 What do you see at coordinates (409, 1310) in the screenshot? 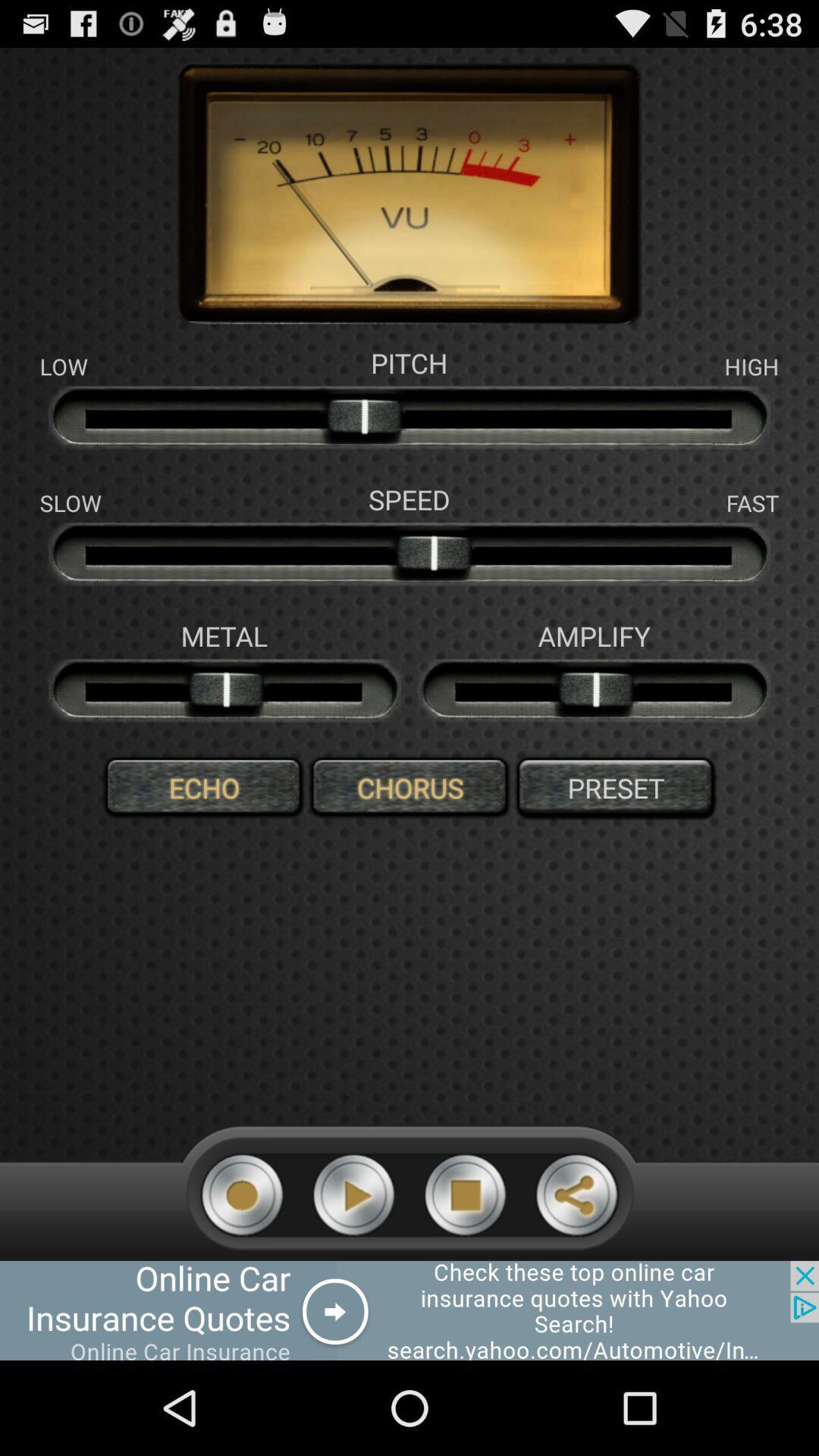
I see `open` at bounding box center [409, 1310].